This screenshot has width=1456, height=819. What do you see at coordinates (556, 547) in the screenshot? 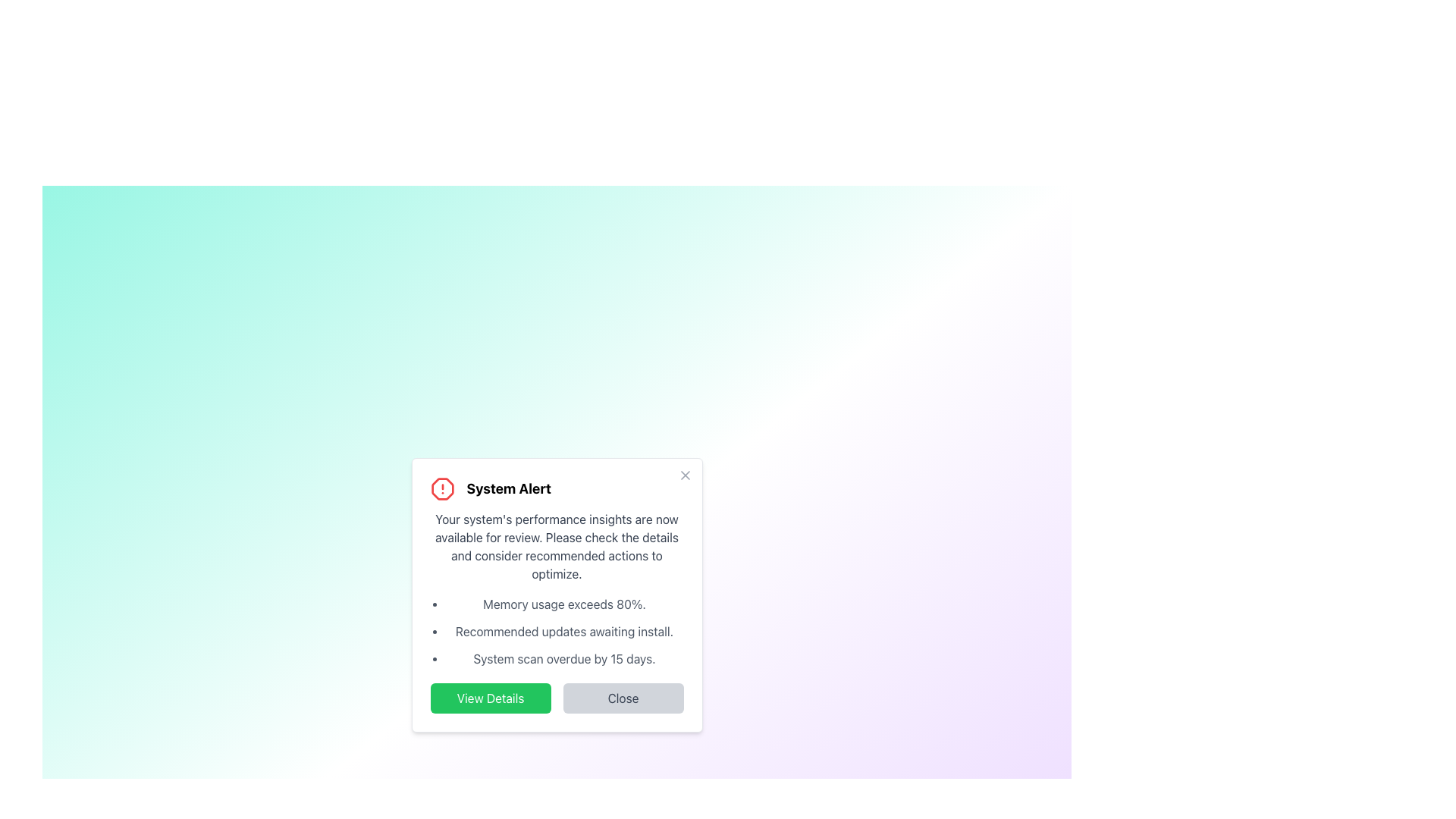
I see `system notification text that states 'Your system's performance insights are now available for review. Please check the details and consider recommended actions to optimize.'` at bounding box center [556, 547].